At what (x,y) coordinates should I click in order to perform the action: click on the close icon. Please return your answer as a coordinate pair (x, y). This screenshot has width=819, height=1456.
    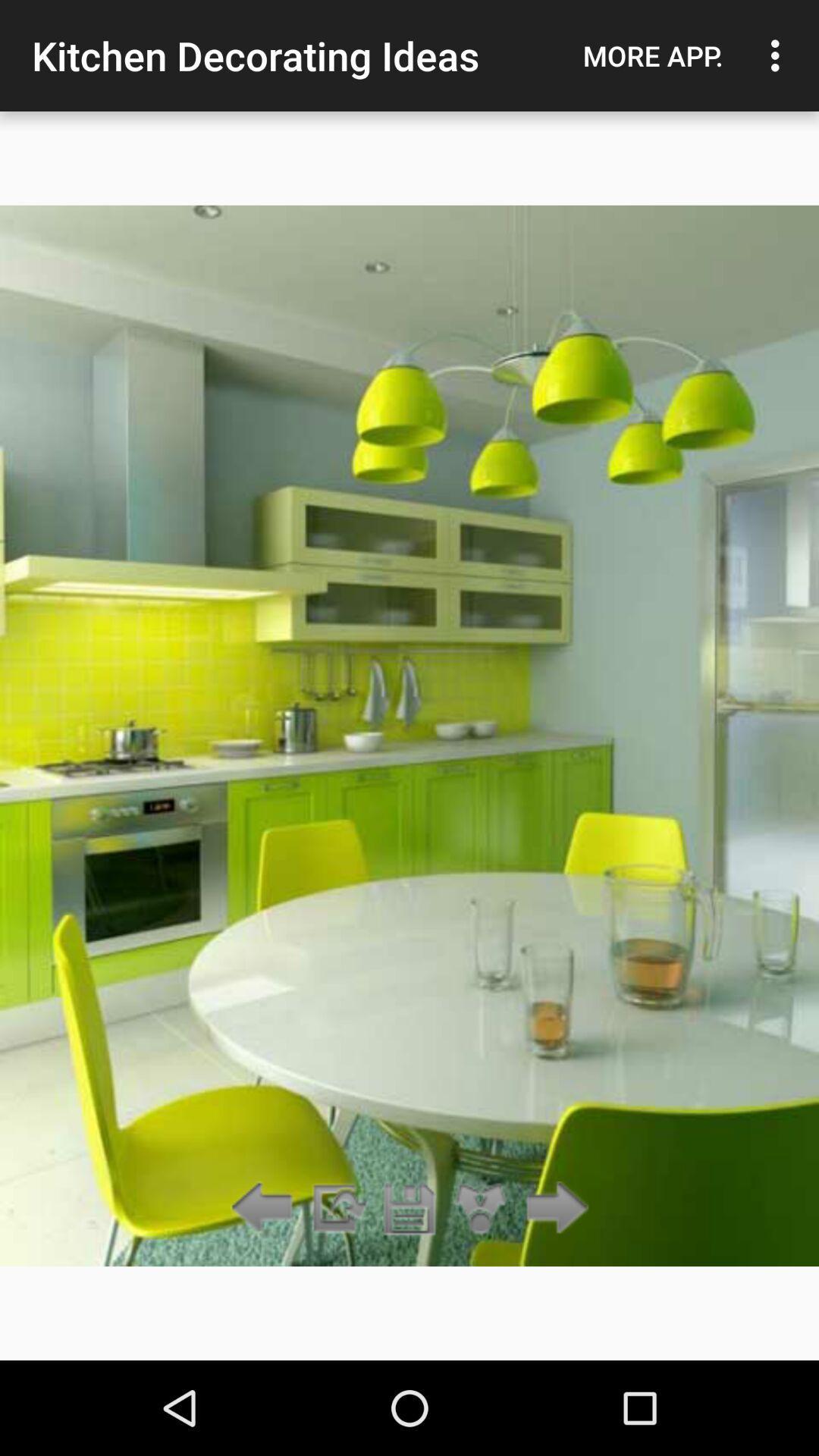
    Looking at the image, I should click on (337, 1208).